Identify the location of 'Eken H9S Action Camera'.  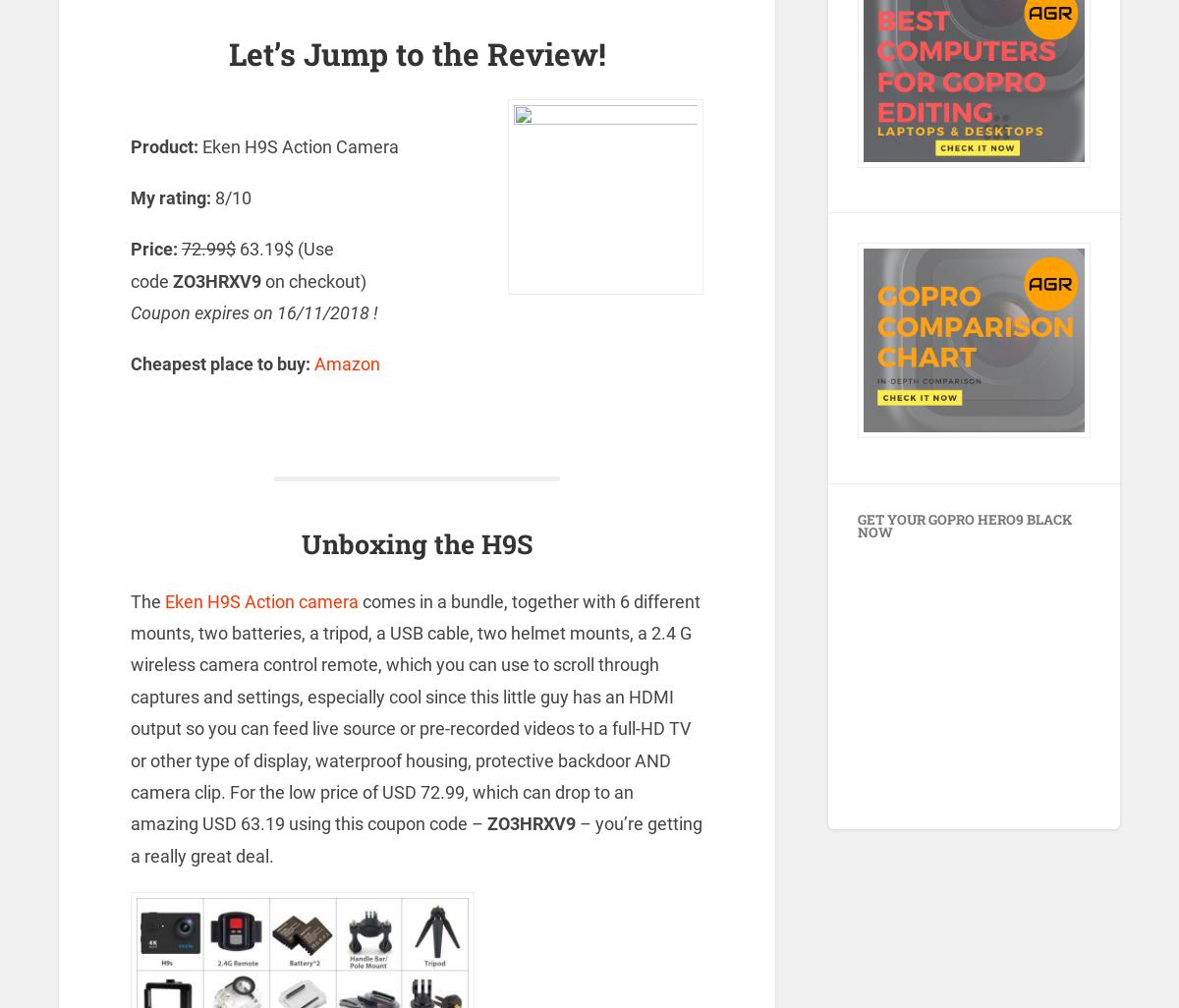
(300, 145).